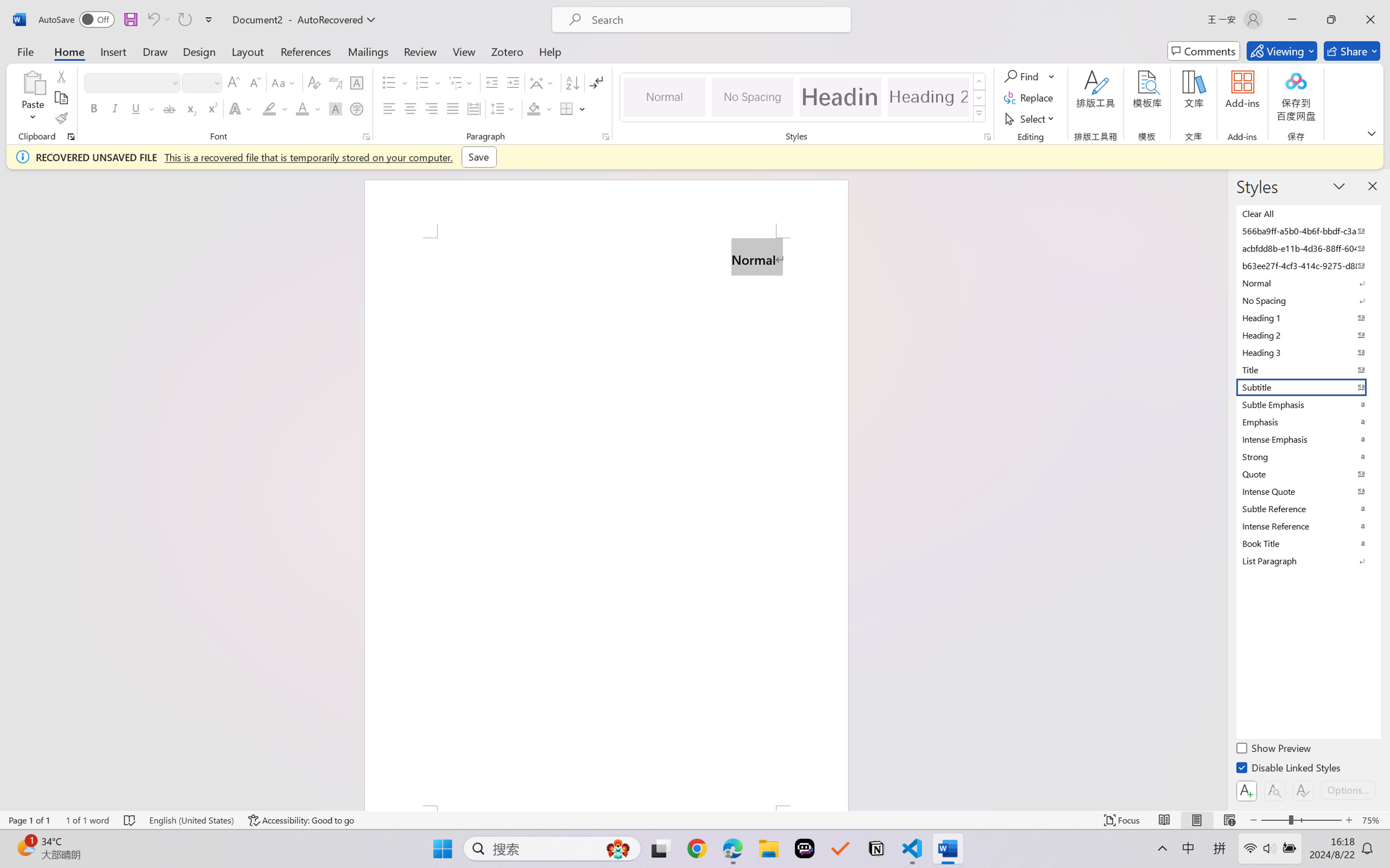 This screenshot has height=868, width=1390. I want to click on 'Options...', so click(1346, 789).